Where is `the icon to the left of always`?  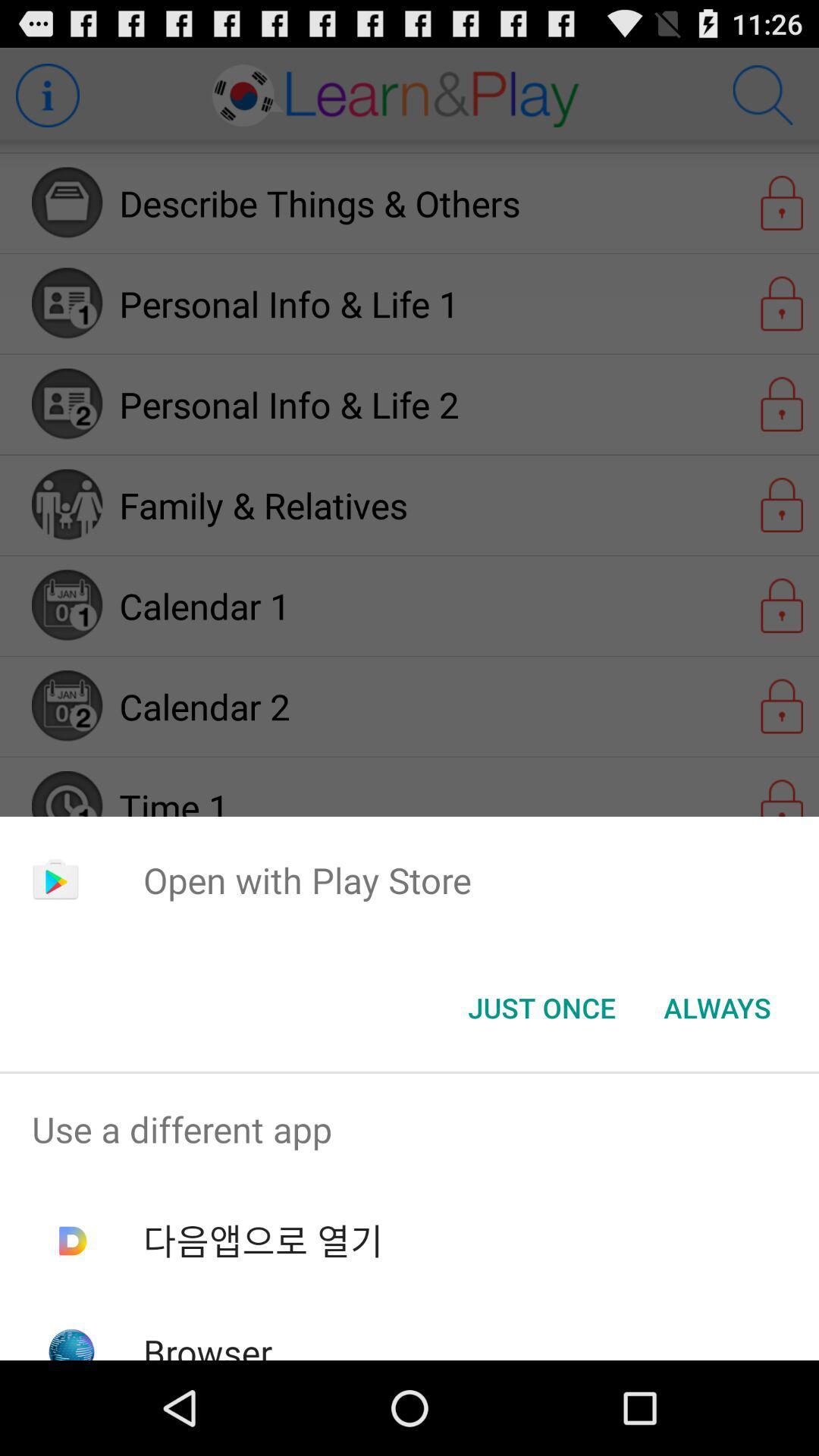 the icon to the left of always is located at coordinates (541, 1008).